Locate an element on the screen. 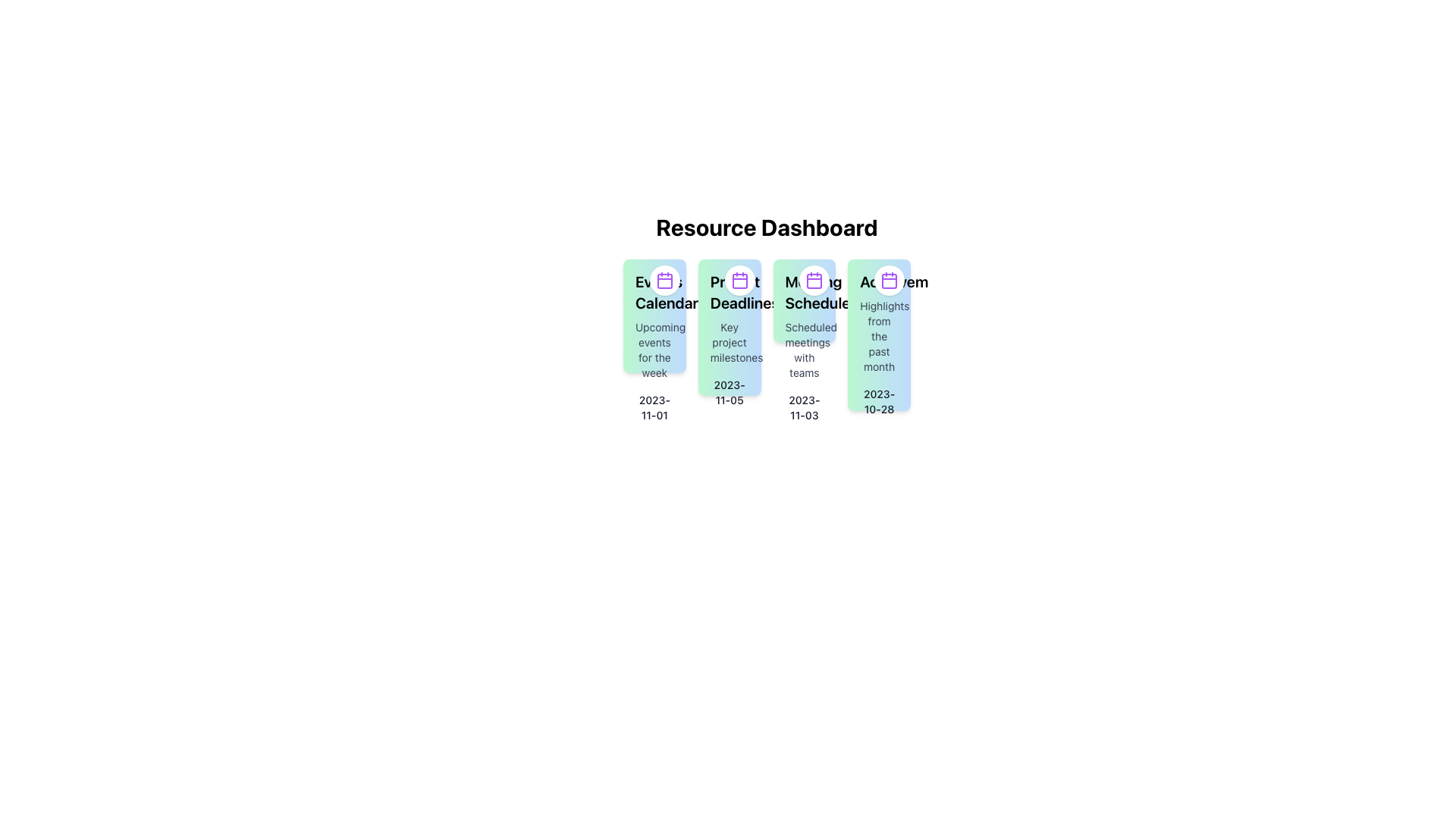 The image size is (1456, 819). the circular white Icon Button with a purple calendar icon located in the top-right corner of the 'Events Calendar' card is located at coordinates (664, 281).